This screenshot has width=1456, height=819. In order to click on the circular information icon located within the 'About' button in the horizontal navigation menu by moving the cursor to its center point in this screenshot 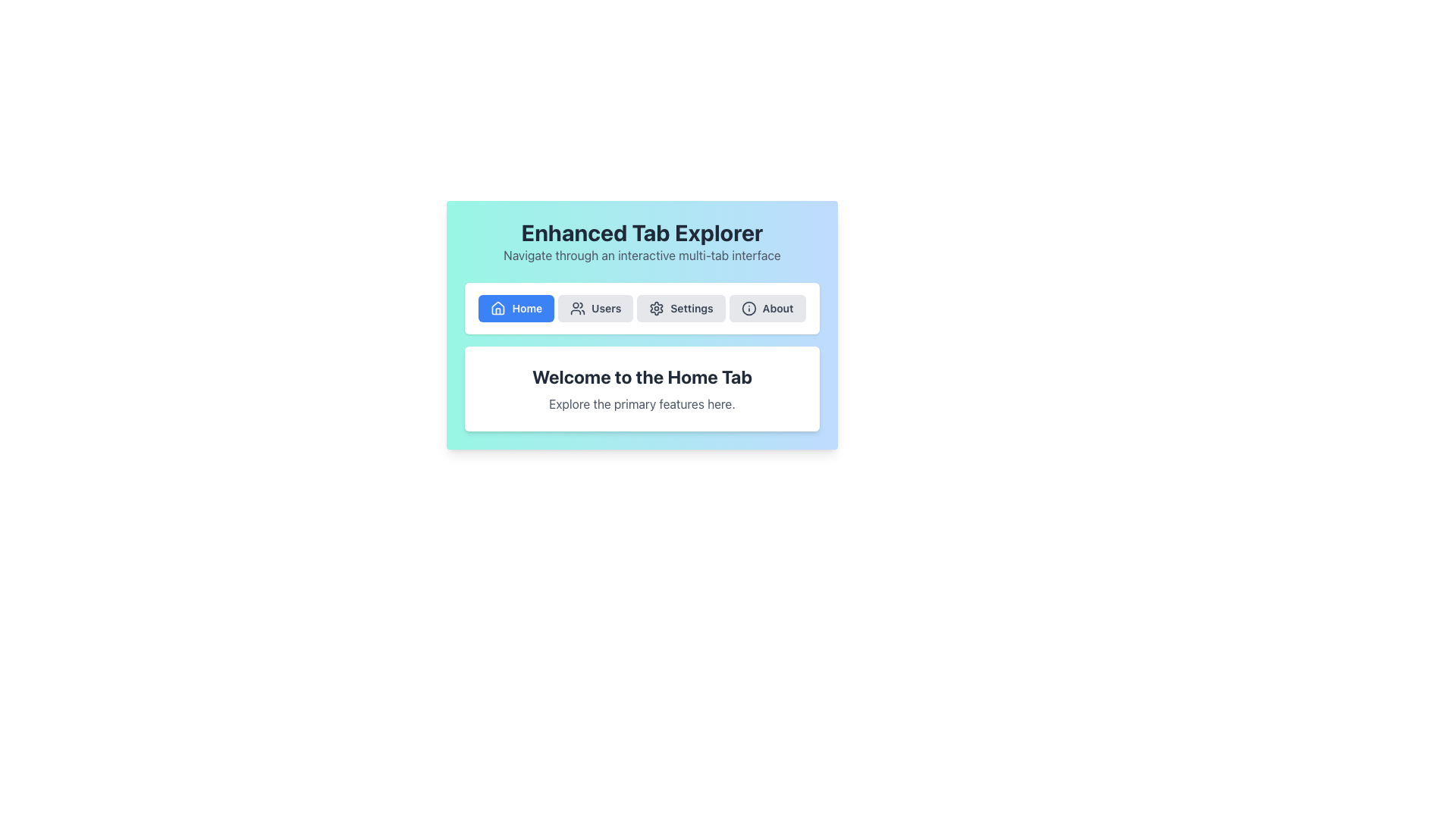, I will do `click(748, 308)`.